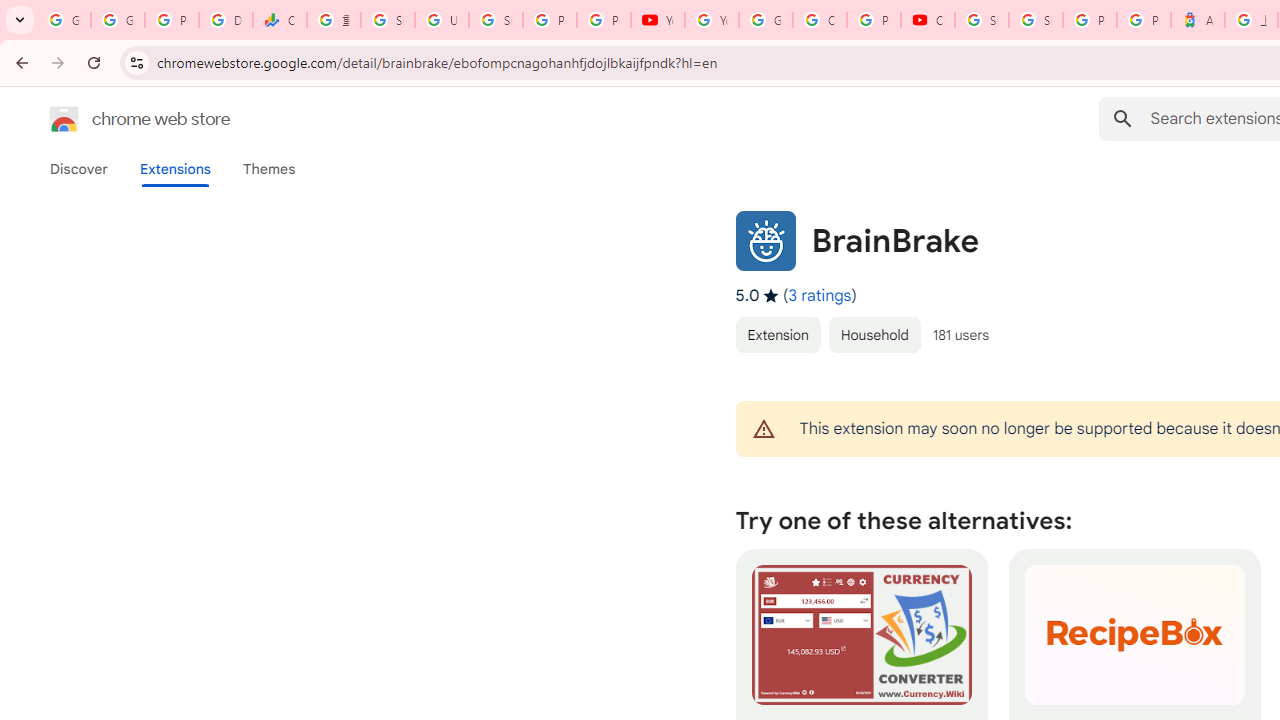 The width and height of the screenshot is (1280, 720). I want to click on 'Currencies - Google Finance', so click(279, 20).